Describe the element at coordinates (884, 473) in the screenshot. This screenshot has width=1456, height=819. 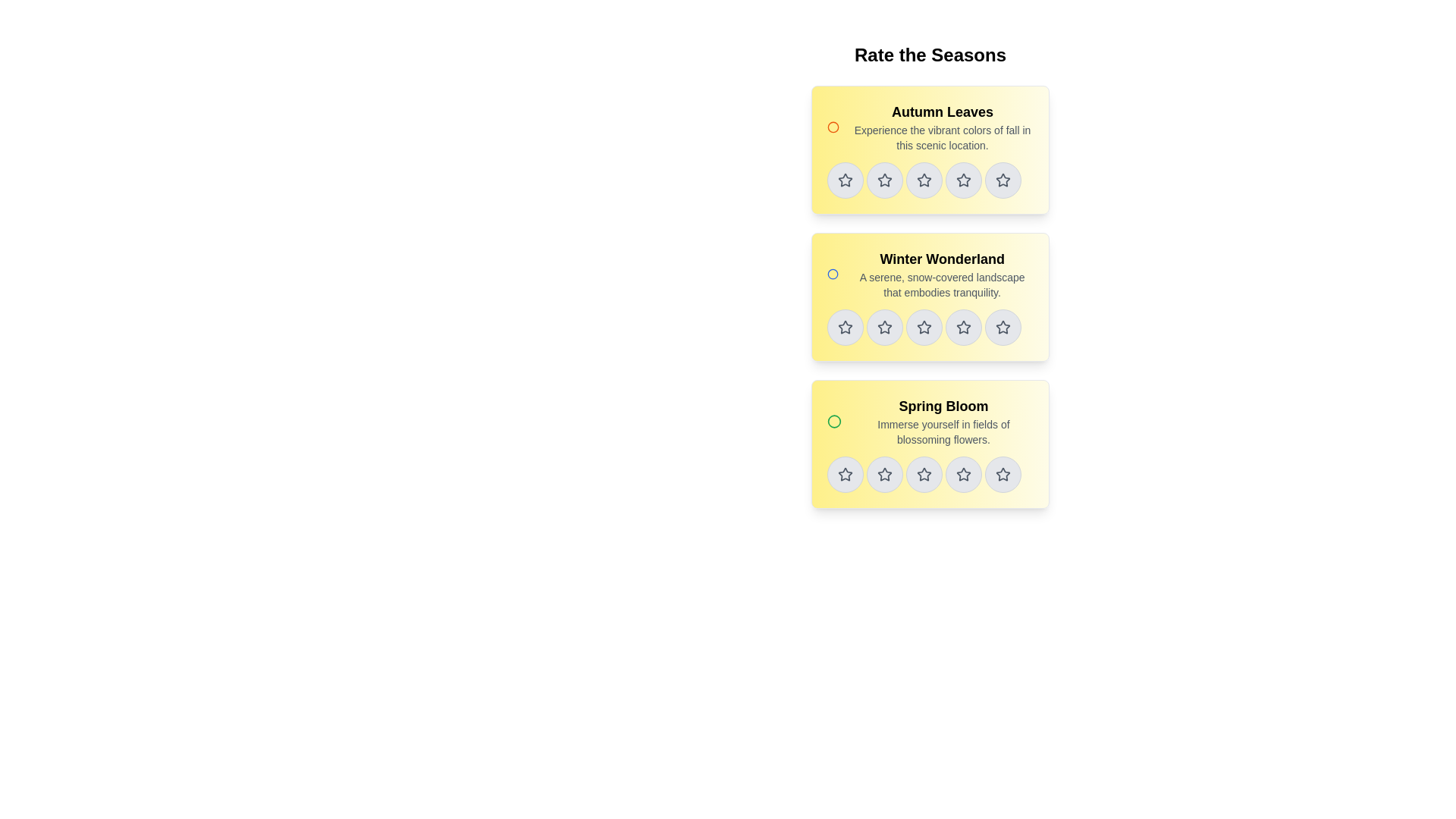
I see `the second star rating button for the 'Spring Bloom' entry` at that location.